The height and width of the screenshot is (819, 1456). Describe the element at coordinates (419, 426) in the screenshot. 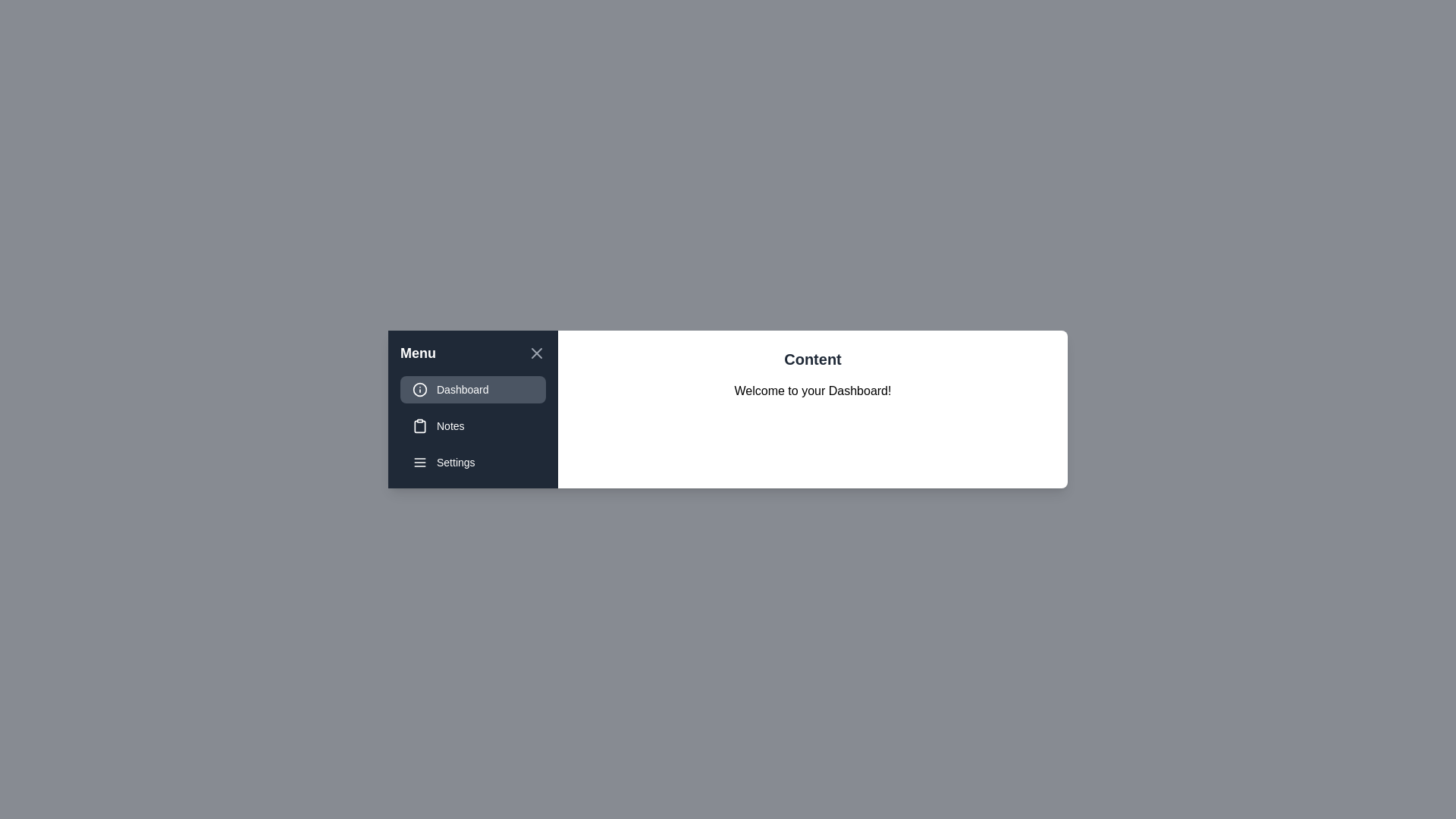

I see `the lower part of the clipboard icon in the navigation menu, which visually represents the 'Notes' section, positioned between 'Dashboard' and 'Settings'` at that location.